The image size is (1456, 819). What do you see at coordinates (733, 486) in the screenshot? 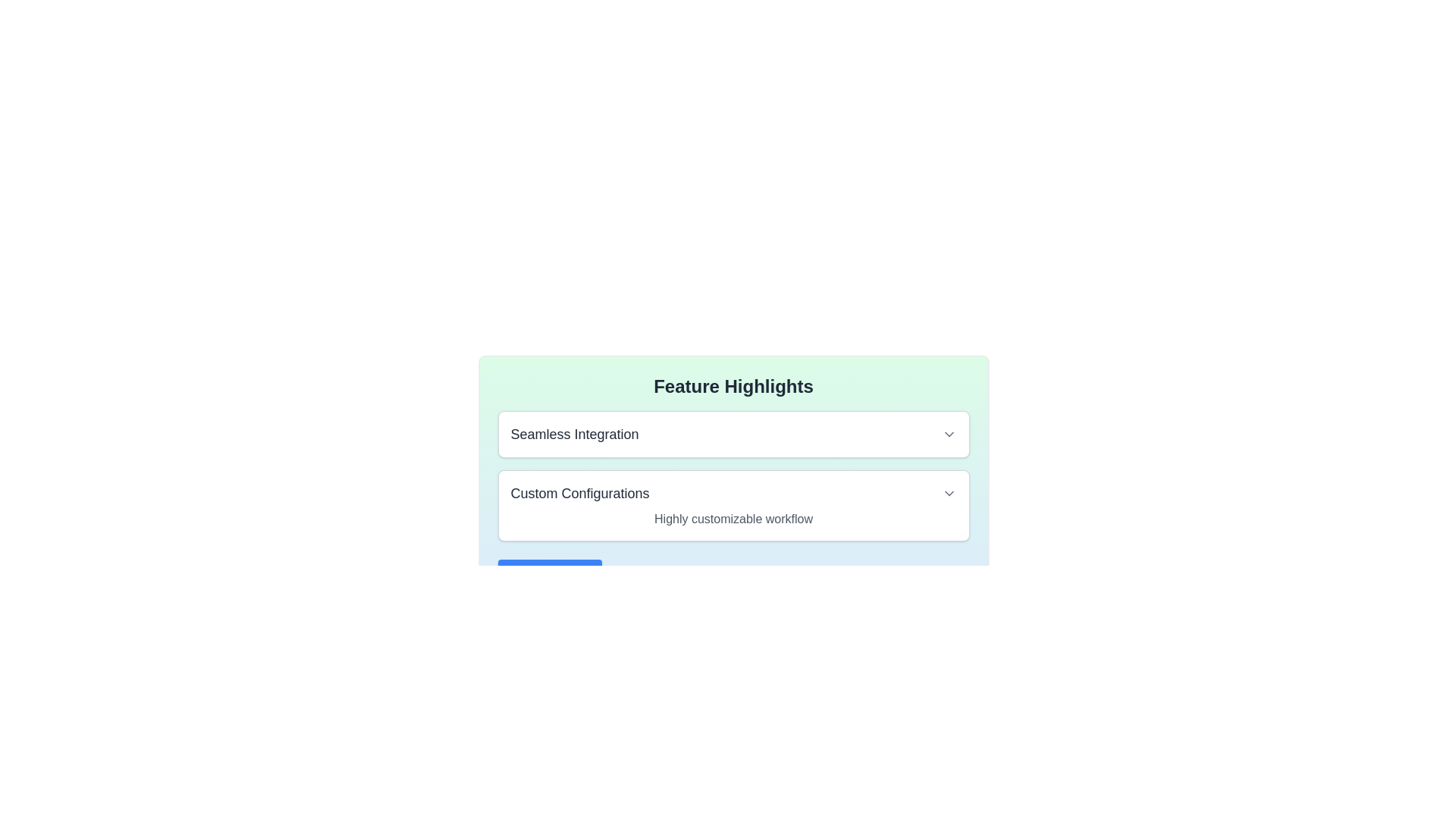
I see `the dropdown arrow in the 'Custom Configurations' expandable panel` at bounding box center [733, 486].